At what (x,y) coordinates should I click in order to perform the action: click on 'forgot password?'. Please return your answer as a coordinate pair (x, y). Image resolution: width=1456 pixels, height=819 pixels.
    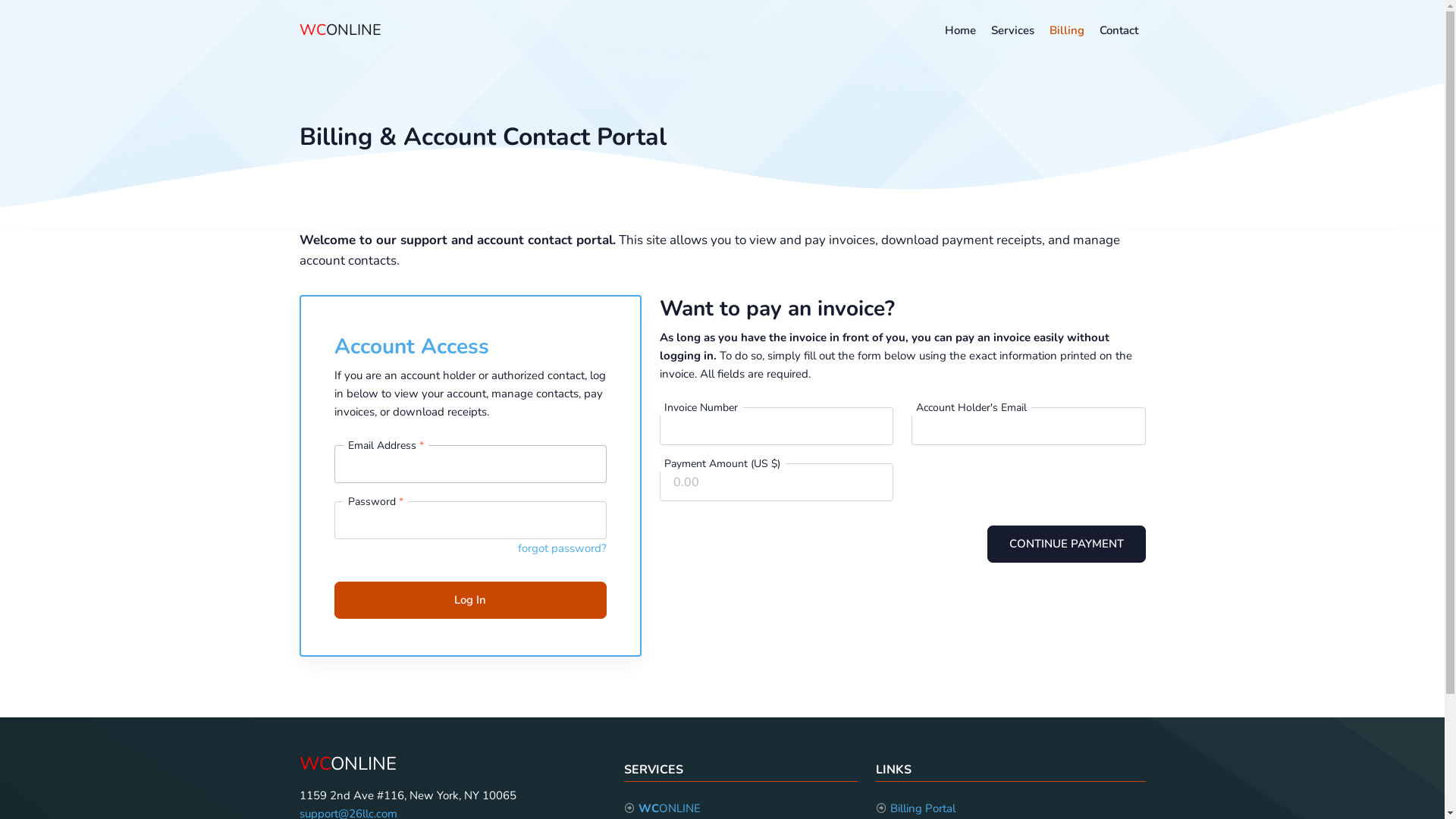
    Looking at the image, I should click on (516, 548).